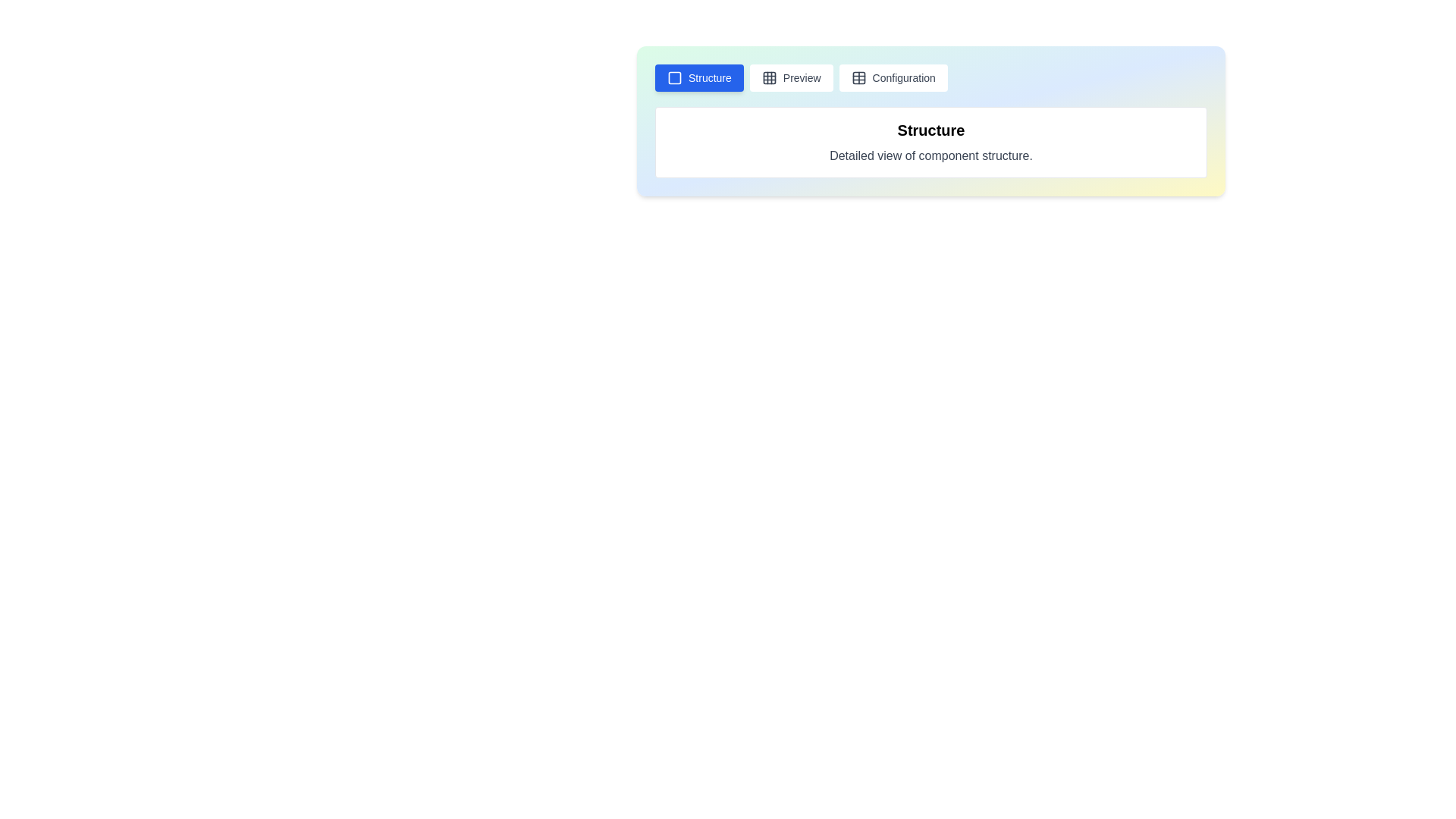  Describe the element at coordinates (698, 78) in the screenshot. I see `the Structure tab to observe its layout` at that location.